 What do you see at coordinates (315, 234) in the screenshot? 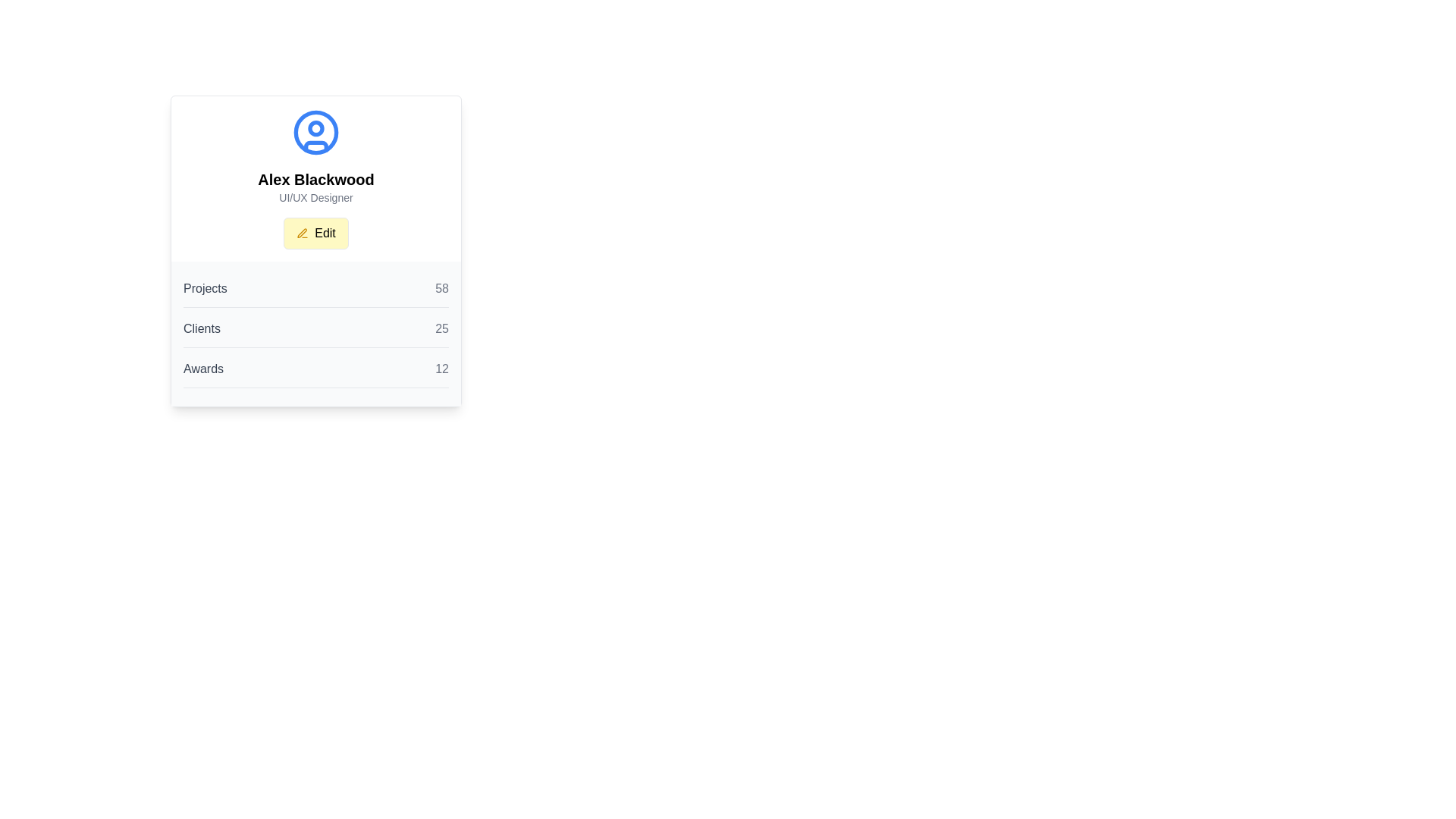
I see `the 'Edit' button with a light yellow background and a pen icon, located below the title 'Alex Blackwood' and the subtitle 'UI/UX Designer'` at bounding box center [315, 234].